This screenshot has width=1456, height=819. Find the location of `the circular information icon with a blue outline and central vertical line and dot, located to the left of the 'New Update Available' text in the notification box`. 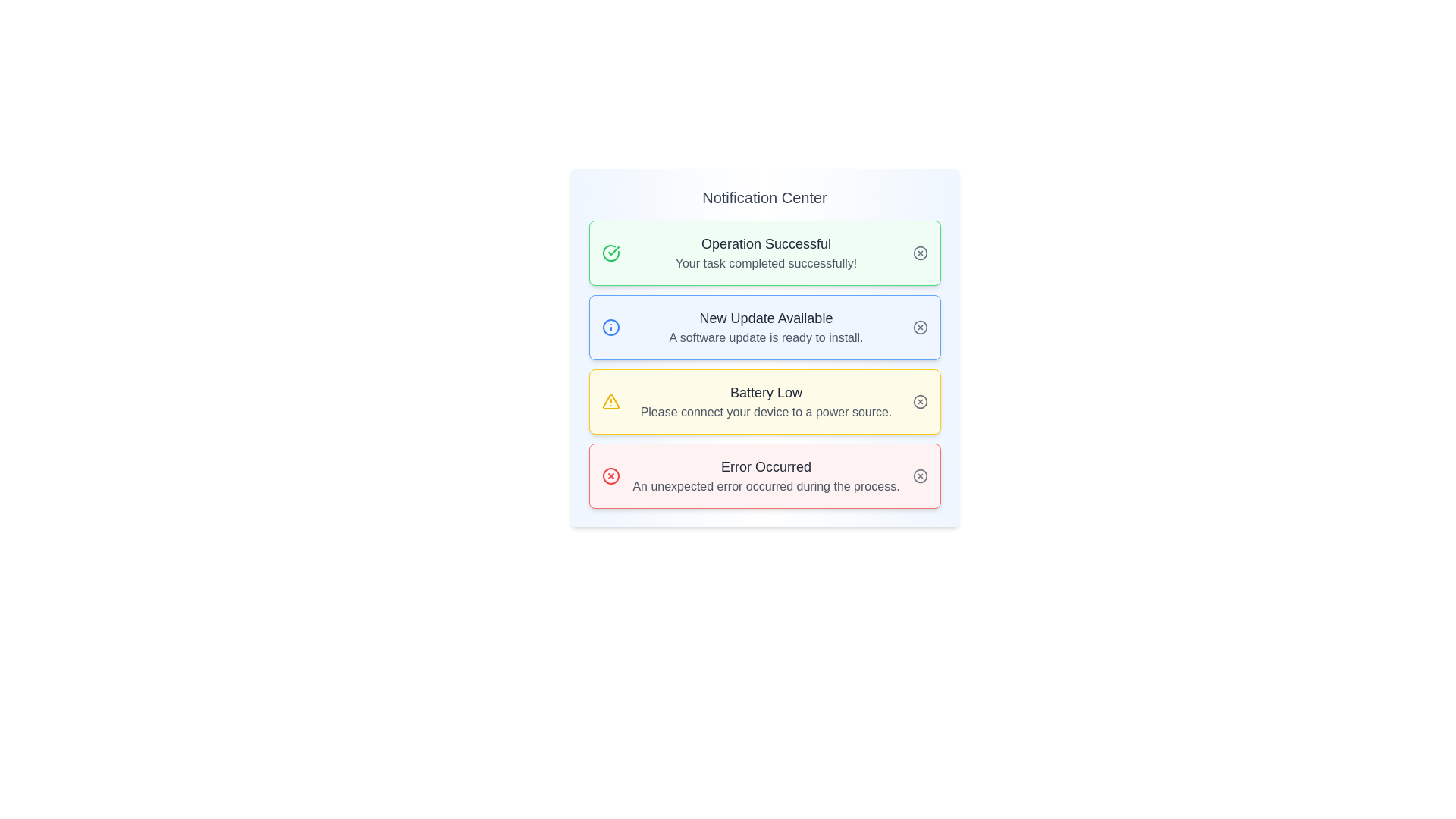

the circular information icon with a blue outline and central vertical line and dot, located to the left of the 'New Update Available' text in the notification box is located at coordinates (610, 327).